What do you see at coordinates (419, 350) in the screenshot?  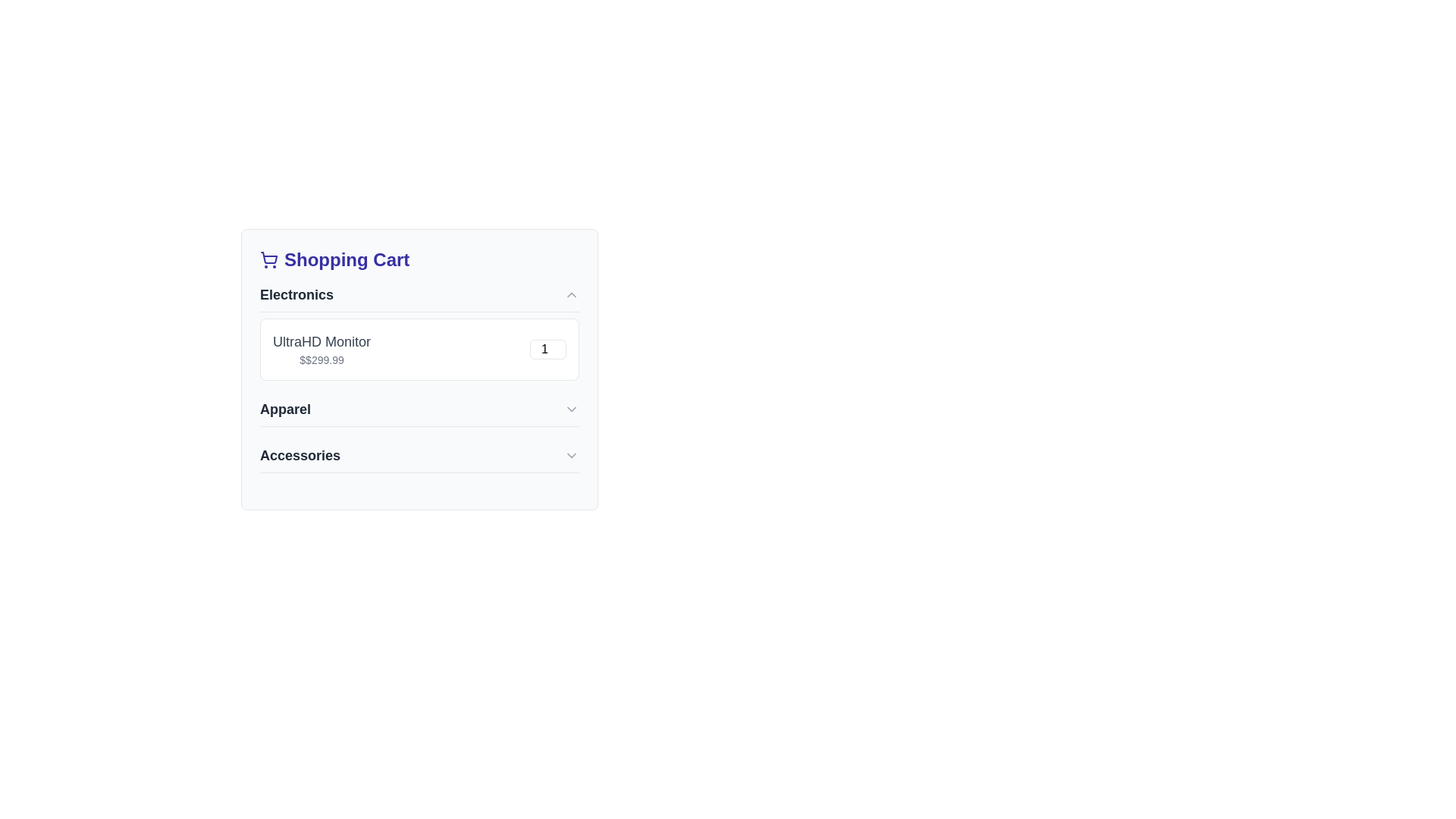 I see `the Product display card` at bounding box center [419, 350].